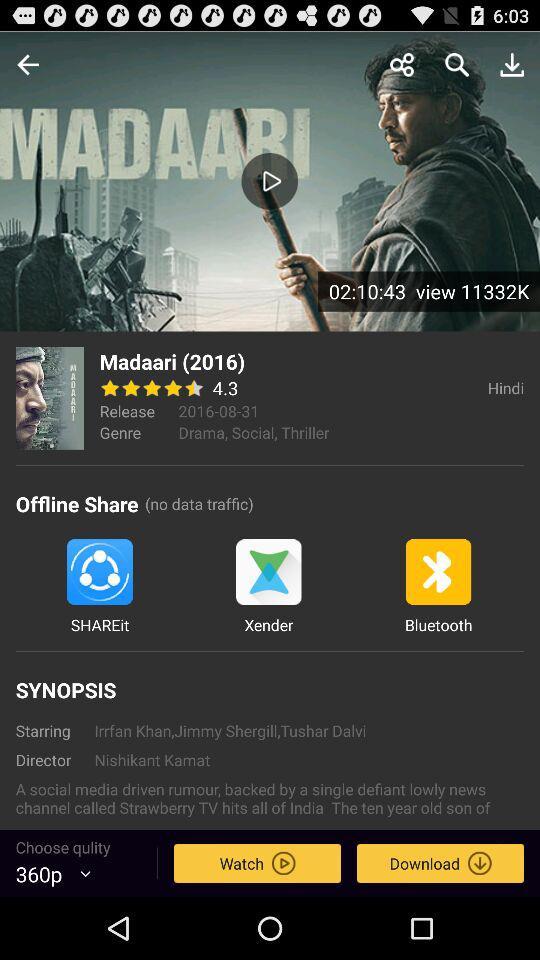 The image size is (540, 960). I want to click on bluetooth option next to xender option, so click(437, 587).